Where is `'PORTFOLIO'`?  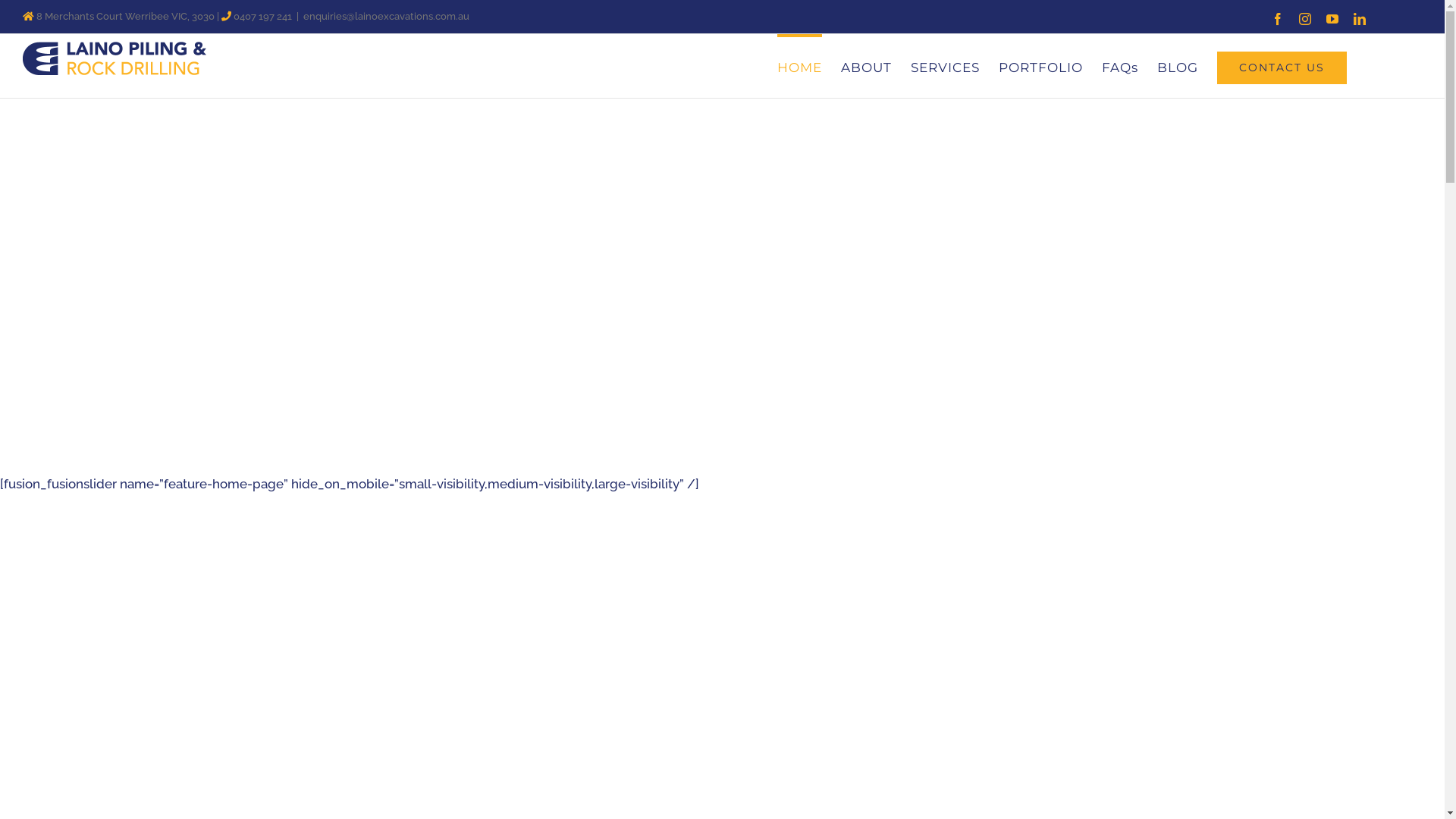
'PORTFOLIO' is located at coordinates (998, 65).